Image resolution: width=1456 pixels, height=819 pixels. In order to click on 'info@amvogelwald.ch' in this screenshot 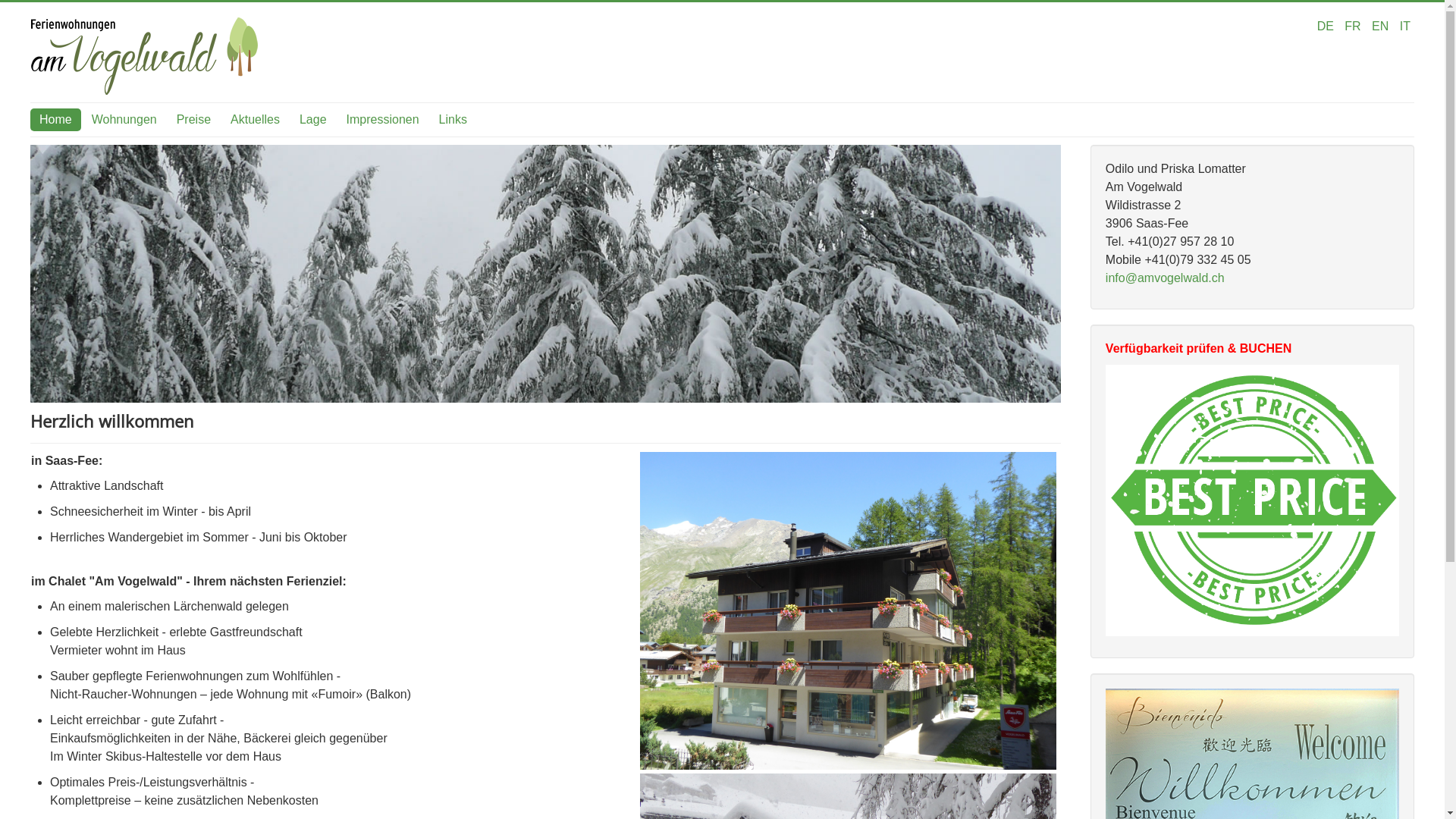, I will do `click(1164, 278)`.